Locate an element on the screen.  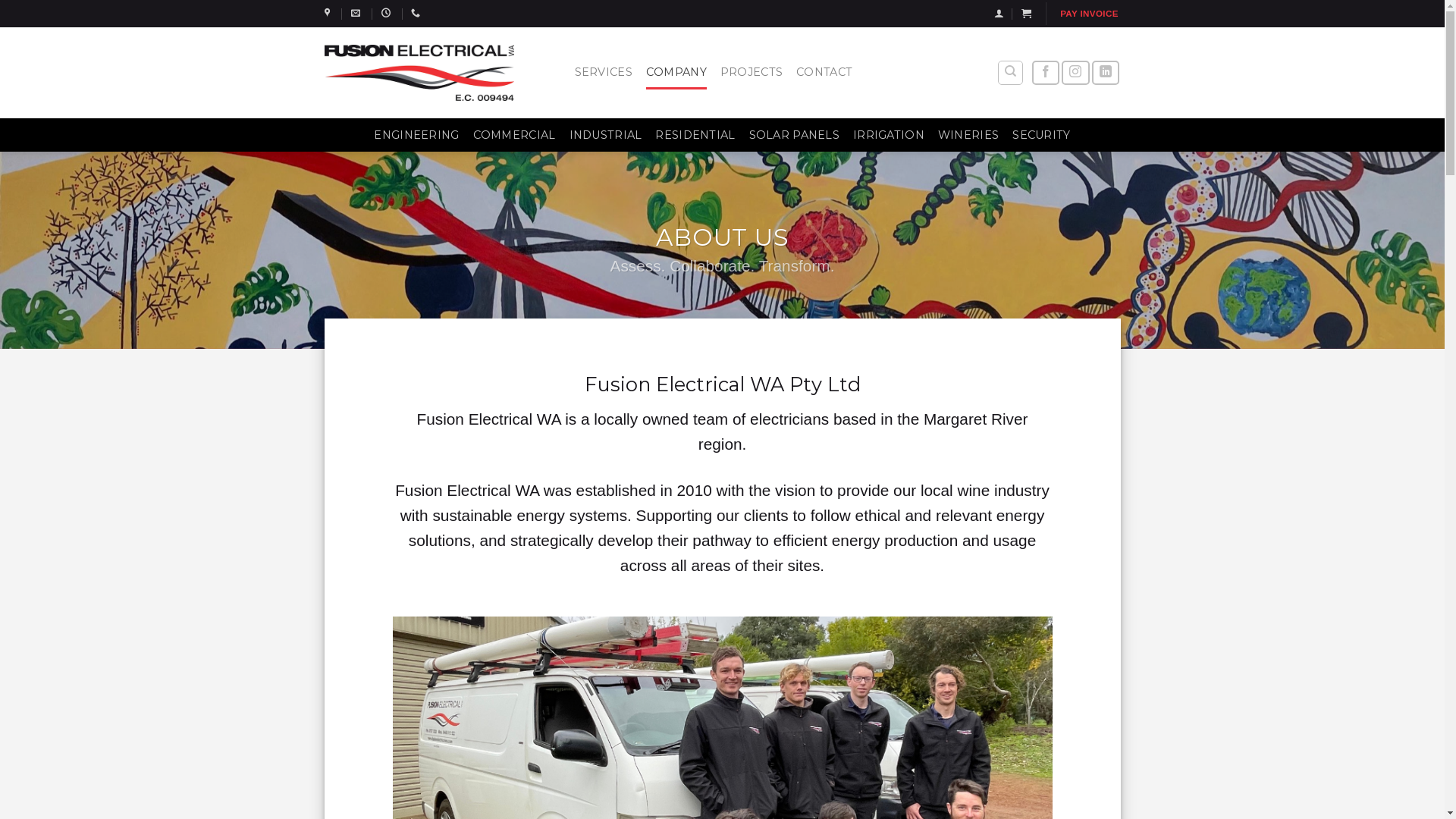
'SERVICES' is located at coordinates (603, 72).